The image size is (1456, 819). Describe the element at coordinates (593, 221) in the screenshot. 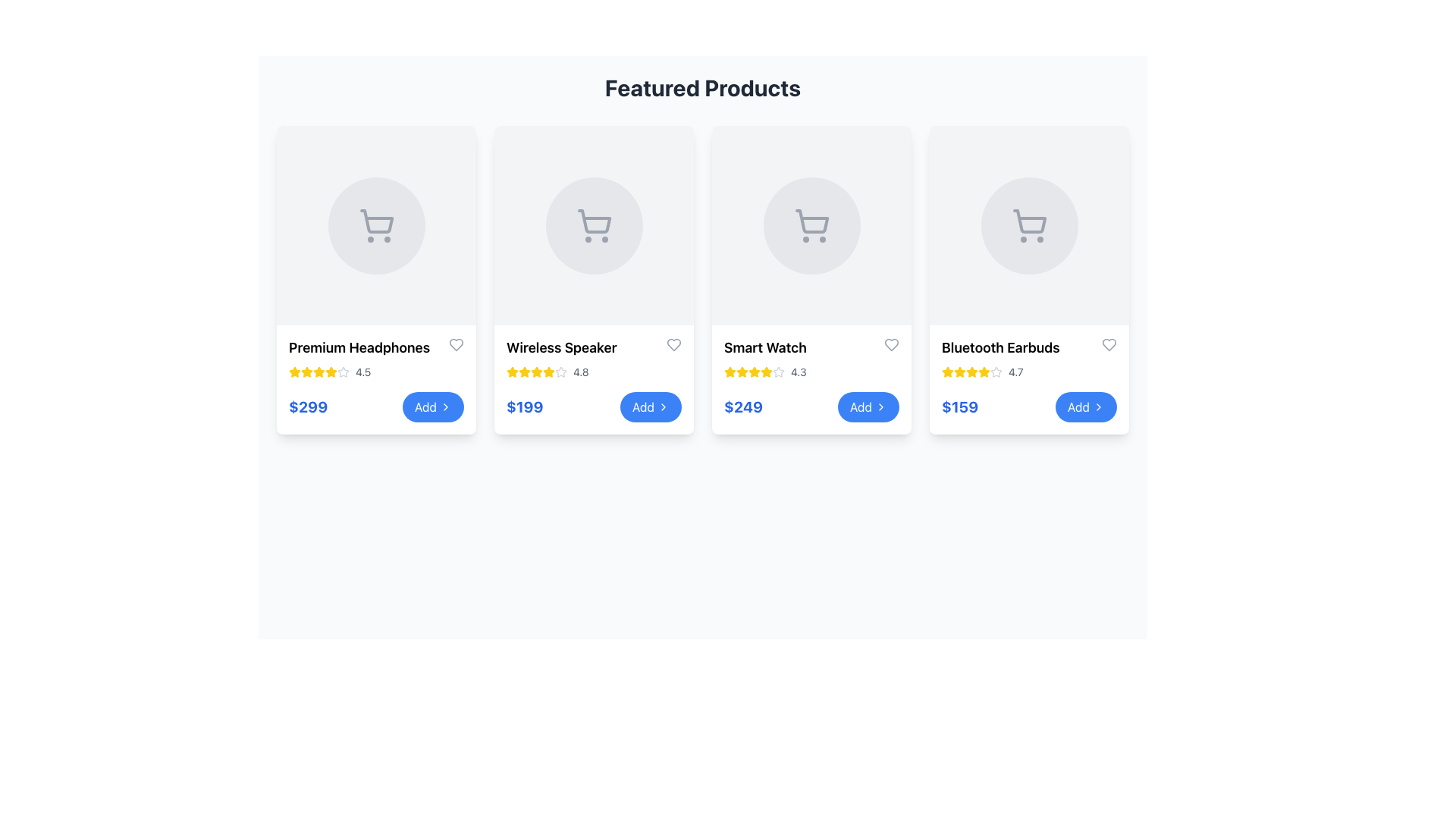

I see `the shopping cart icon that represents the basket portion of the cart, located within the second card titled 'Wireless Speaker'` at that location.